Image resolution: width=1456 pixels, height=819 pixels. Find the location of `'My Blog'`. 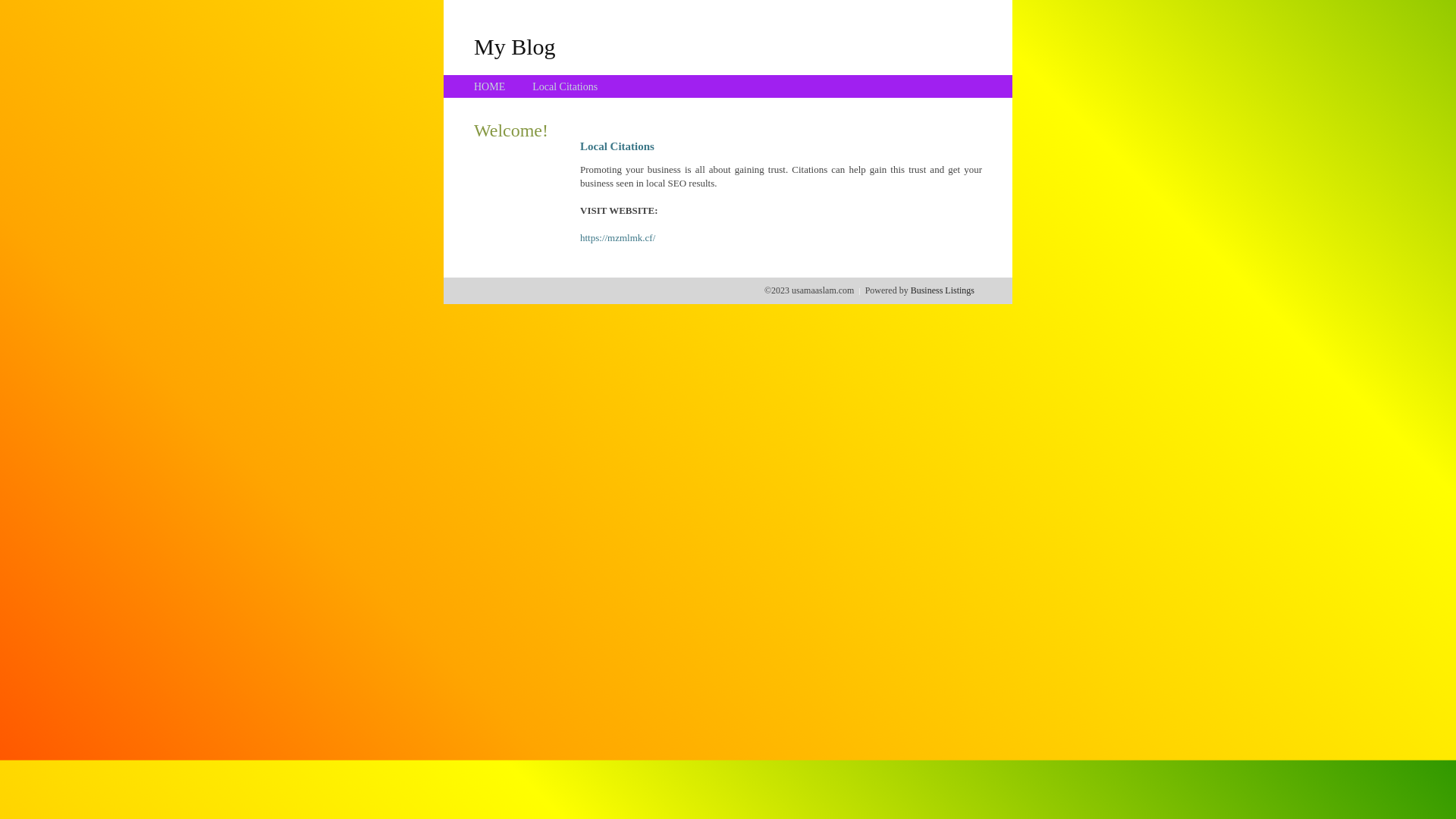

'My Blog' is located at coordinates (514, 45).